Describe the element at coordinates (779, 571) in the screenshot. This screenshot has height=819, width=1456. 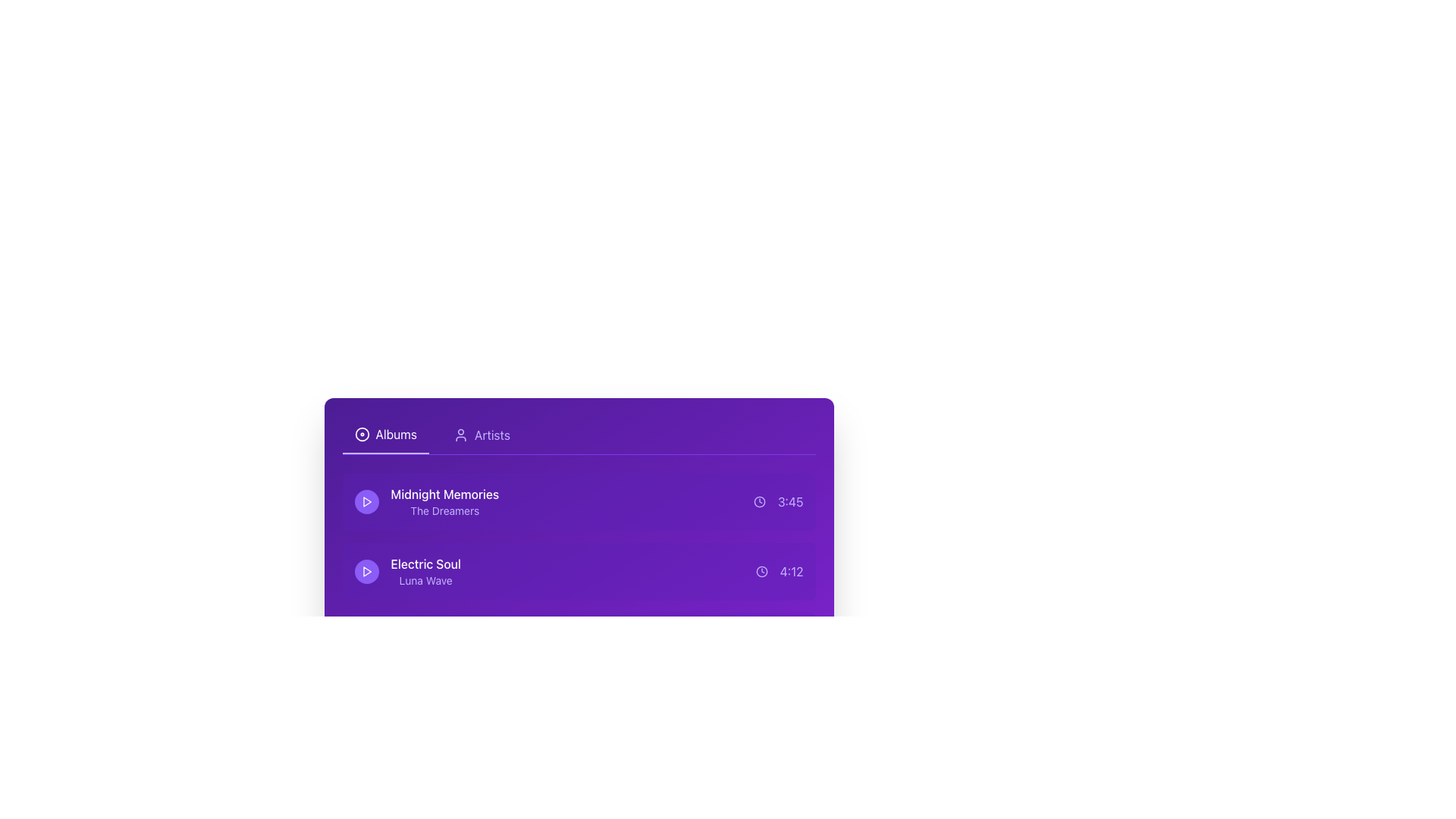
I see `the label with an accompanying icon indicating the duration of the second song entry in the vertical list` at that location.